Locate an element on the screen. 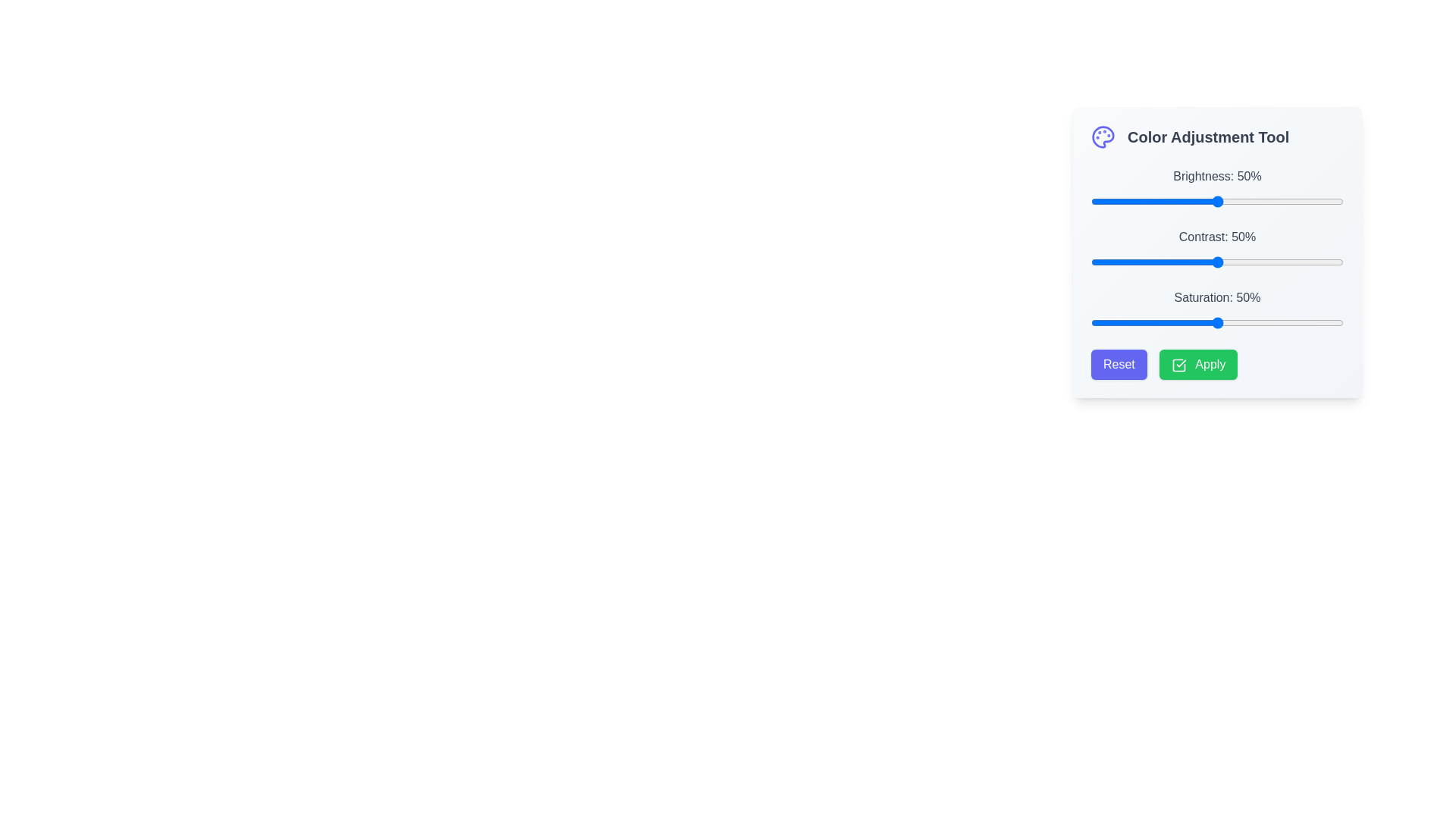  saturation is located at coordinates (1227, 322).